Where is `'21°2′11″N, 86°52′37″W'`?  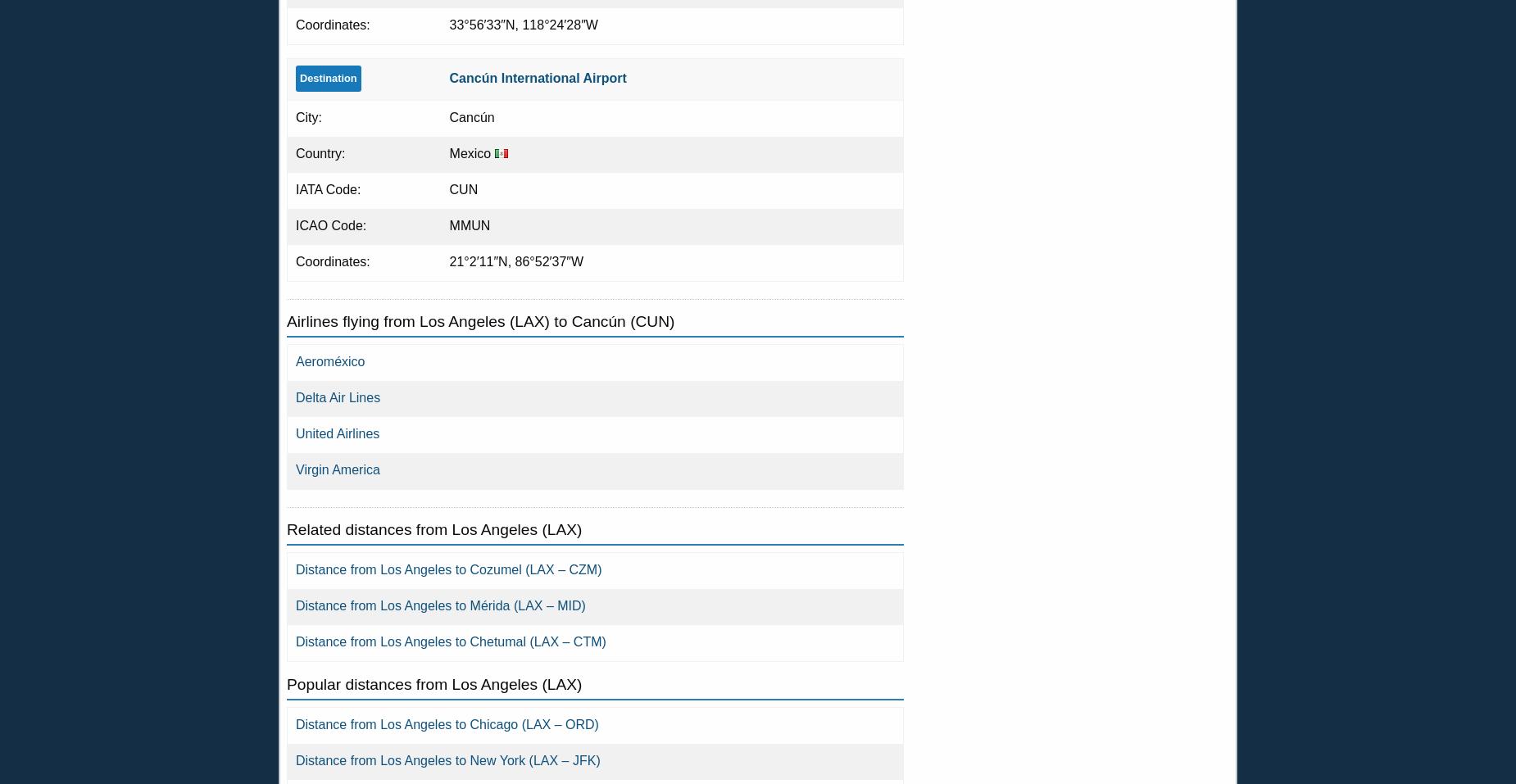
'21°2′11″N, 86°52′37″W' is located at coordinates (515, 261).